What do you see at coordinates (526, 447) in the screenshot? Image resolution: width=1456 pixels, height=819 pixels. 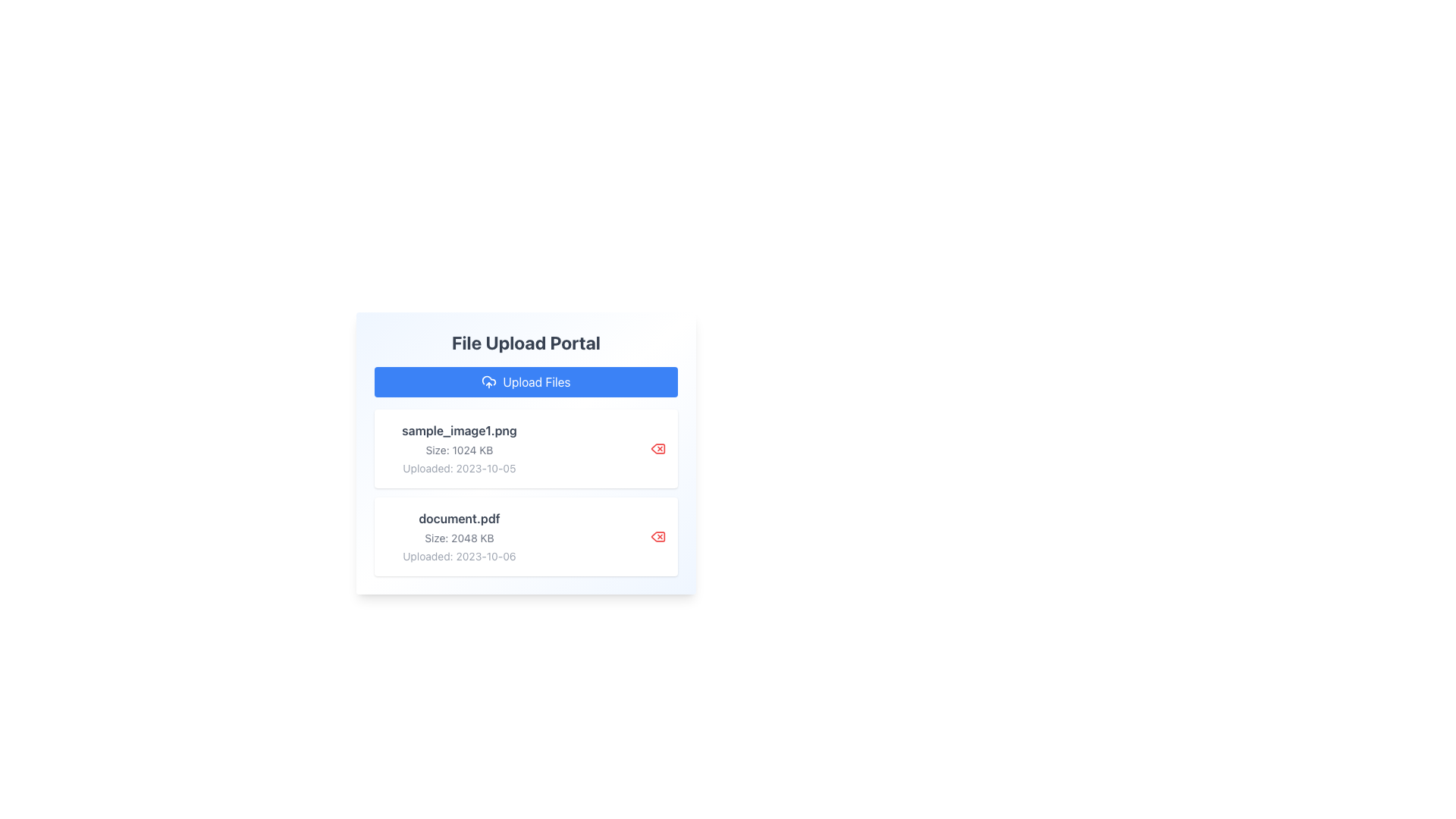 I see `the first File List Item in the file upload interface` at bounding box center [526, 447].